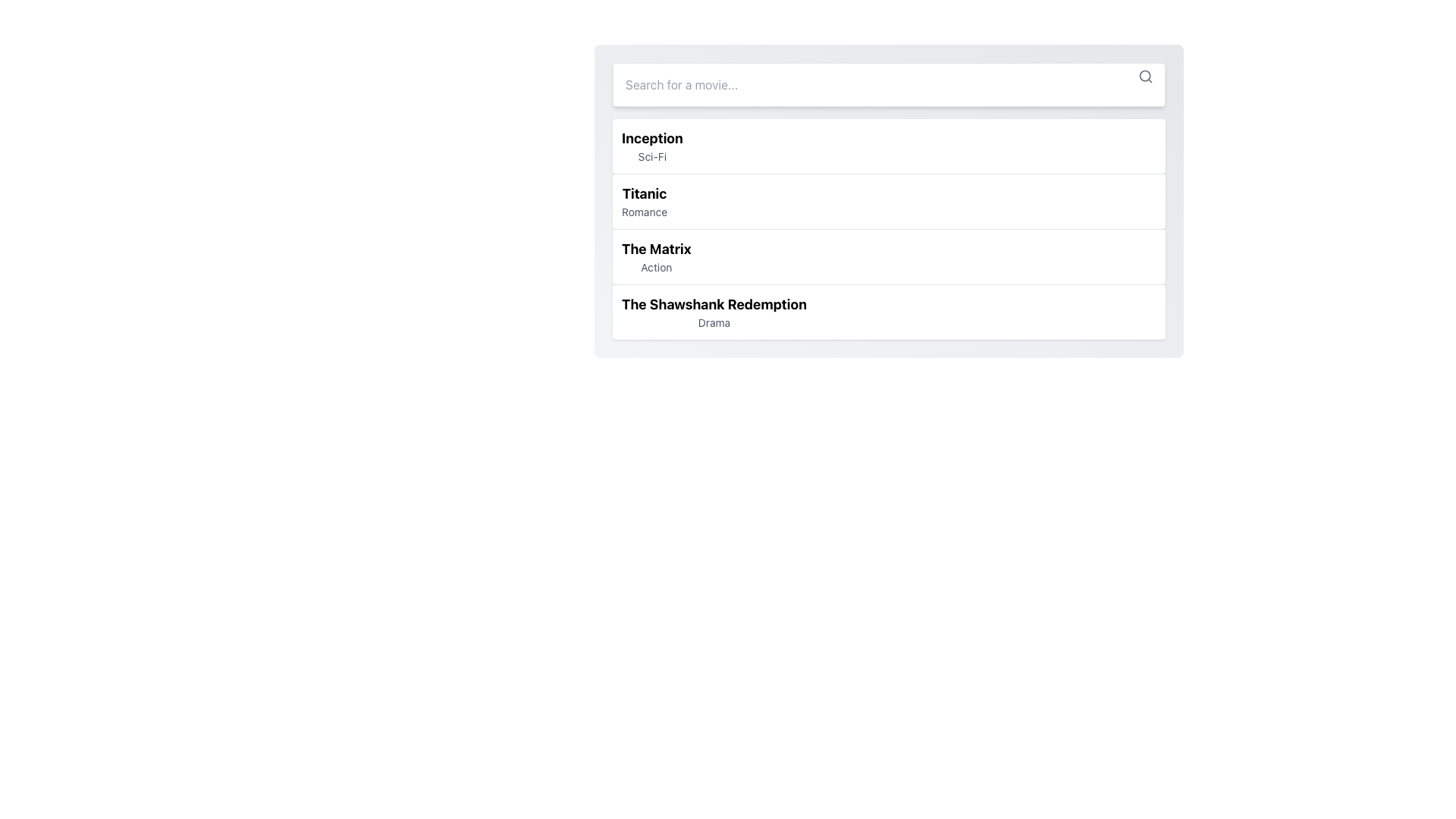 This screenshot has width=1456, height=819. What do you see at coordinates (889, 311) in the screenshot?
I see `the fourth list item representing the movie 'The Shawshank Redemption'` at bounding box center [889, 311].